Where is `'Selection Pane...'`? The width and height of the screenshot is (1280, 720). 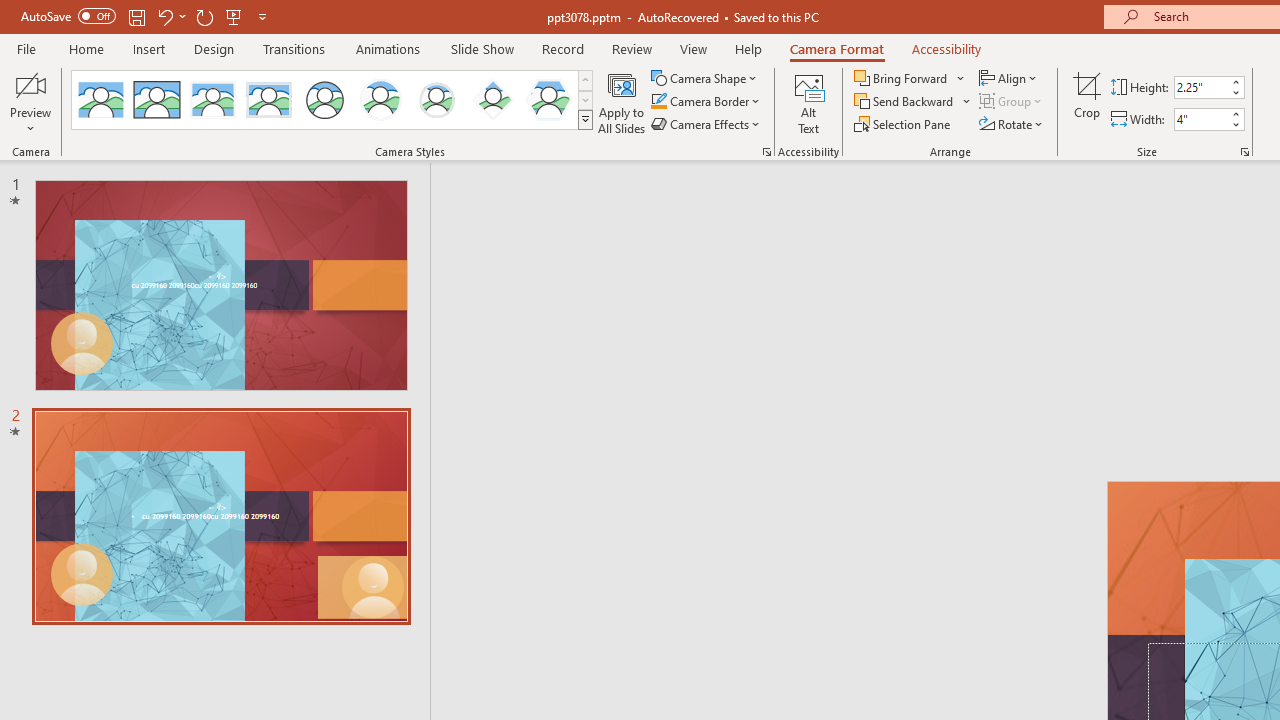
'Selection Pane...' is located at coordinates (903, 124).